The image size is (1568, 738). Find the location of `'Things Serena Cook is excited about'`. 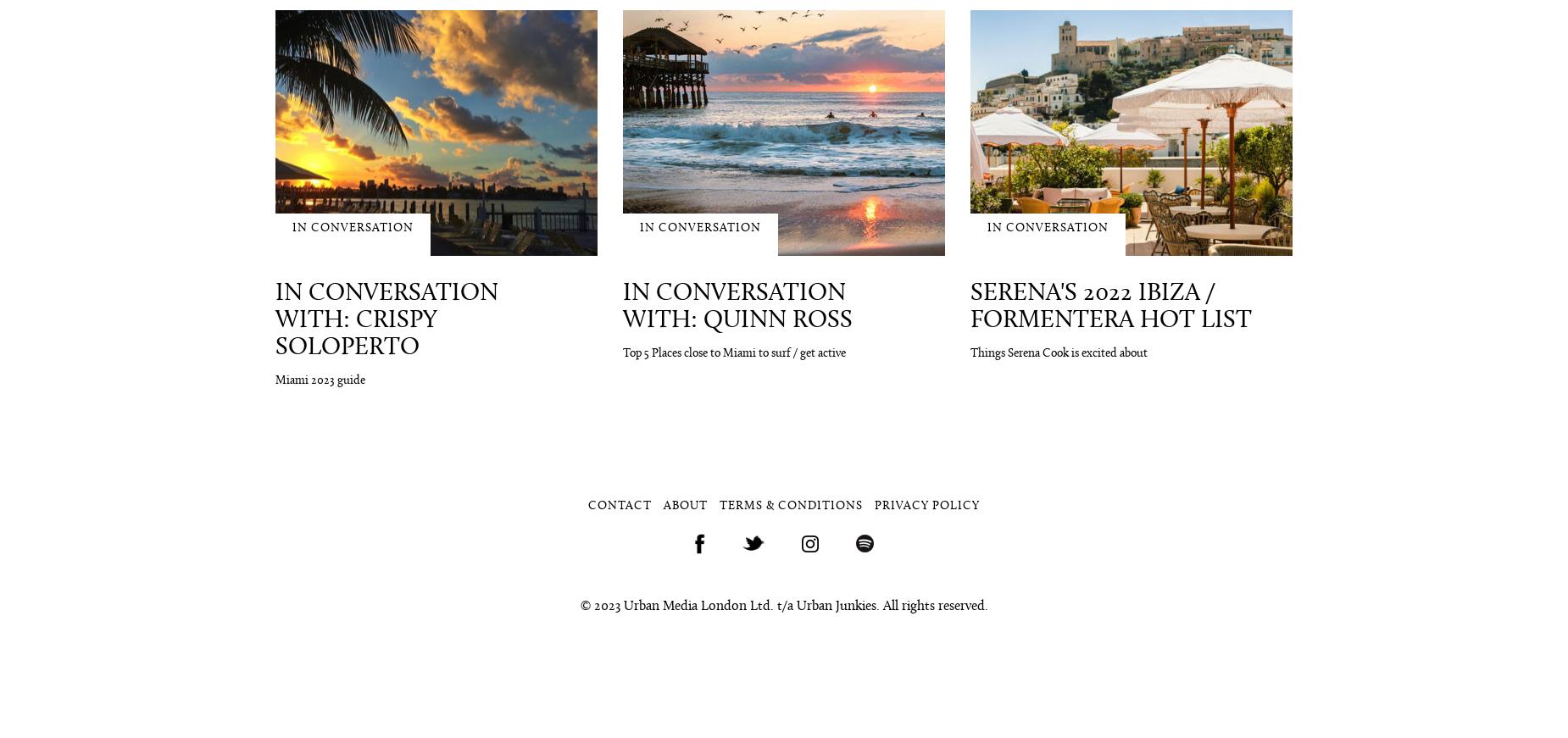

'Things Serena Cook is excited about' is located at coordinates (969, 352).